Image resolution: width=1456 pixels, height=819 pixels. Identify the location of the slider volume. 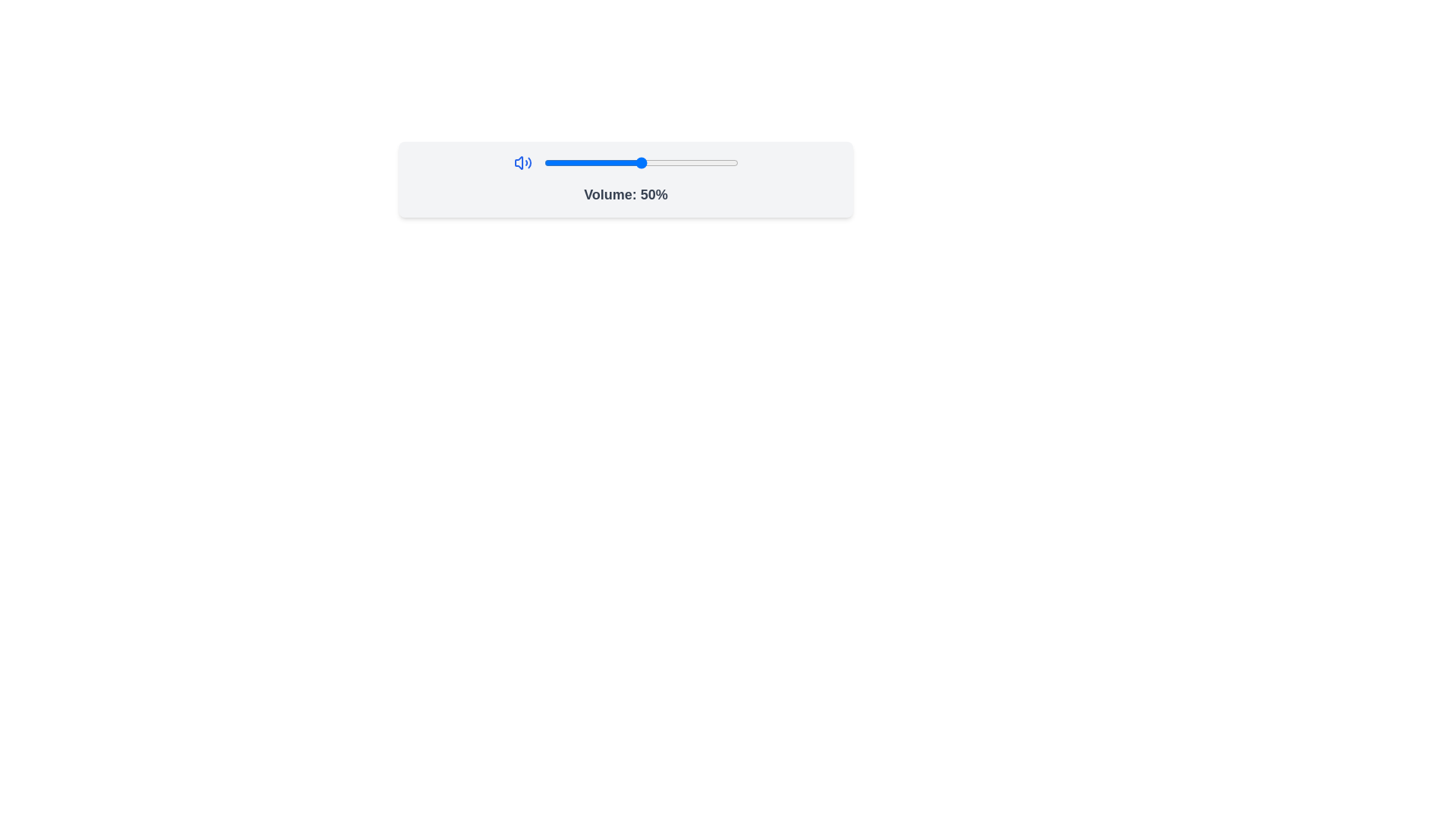
(572, 163).